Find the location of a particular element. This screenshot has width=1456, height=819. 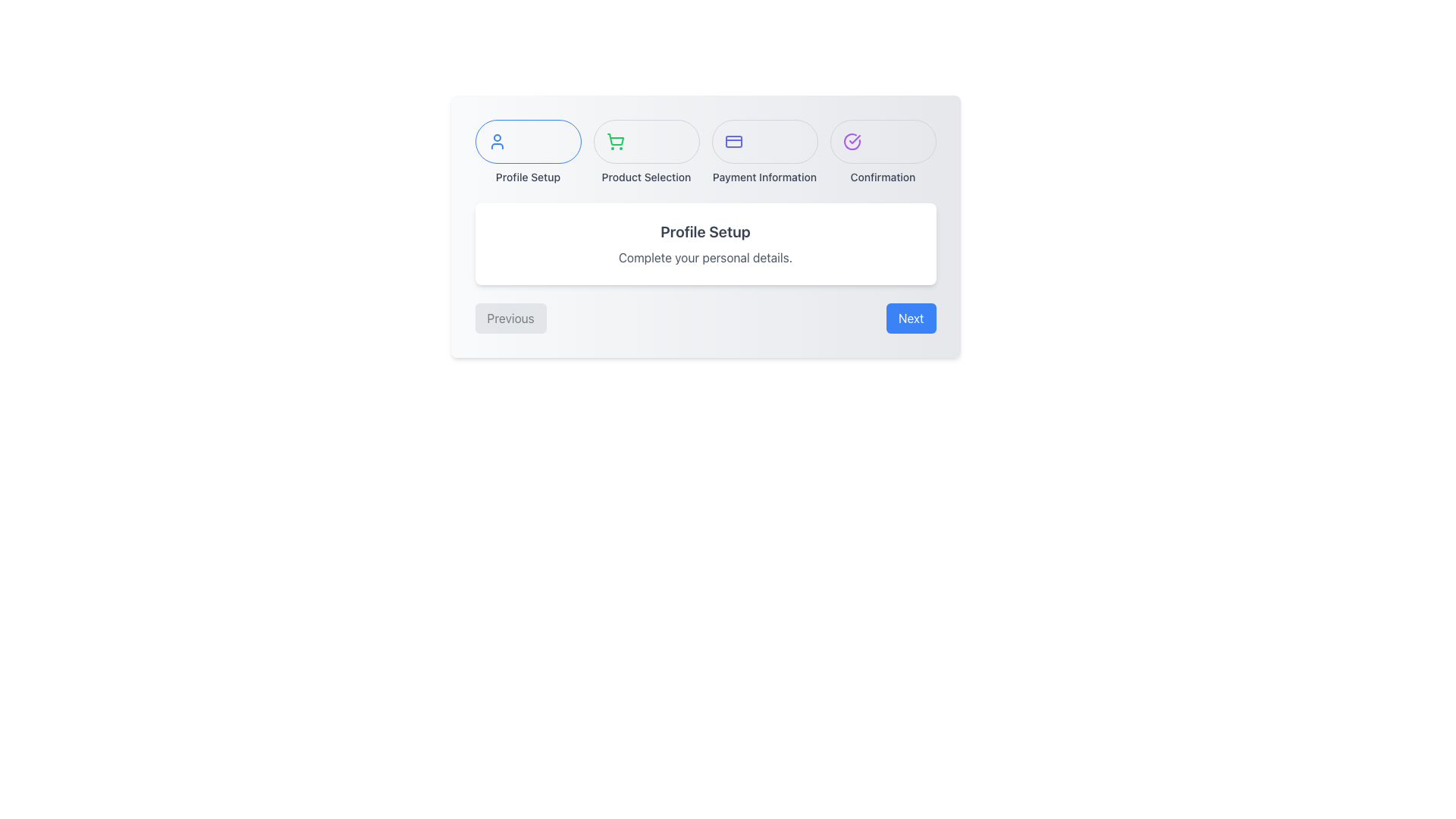

the 'Payment Information' button located in the horizontal navigation bar is located at coordinates (764, 141).